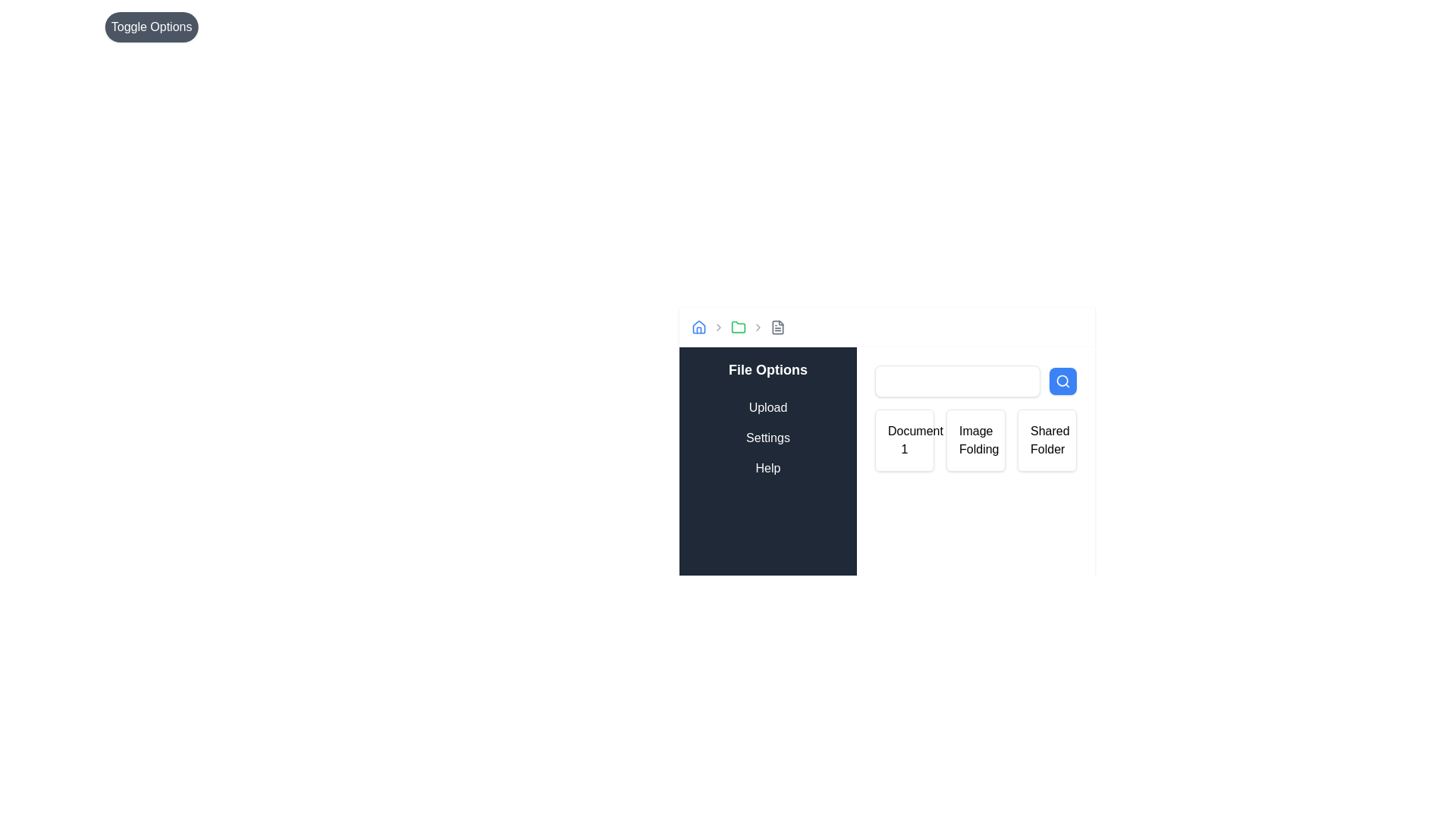 This screenshot has width=1456, height=819. I want to click on the toggle button located at the top-left corner of the window to observe the color change, so click(152, 27).